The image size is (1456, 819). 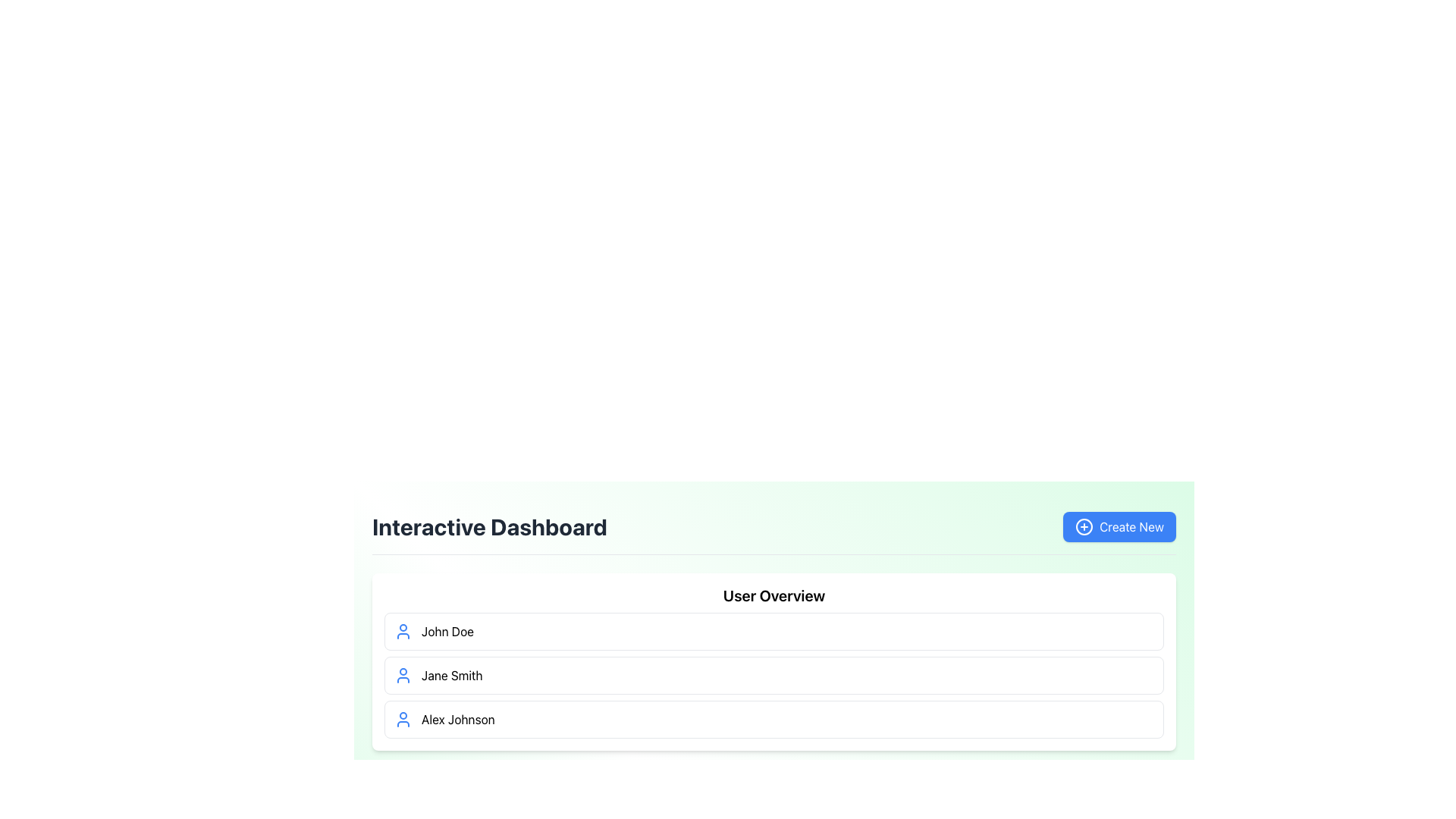 What do you see at coordinates (774, 632) in the screenshot?
I see `the first list item representing the user 'John Doe' in the 'User Overview' section` at bounding box center [774, 632].